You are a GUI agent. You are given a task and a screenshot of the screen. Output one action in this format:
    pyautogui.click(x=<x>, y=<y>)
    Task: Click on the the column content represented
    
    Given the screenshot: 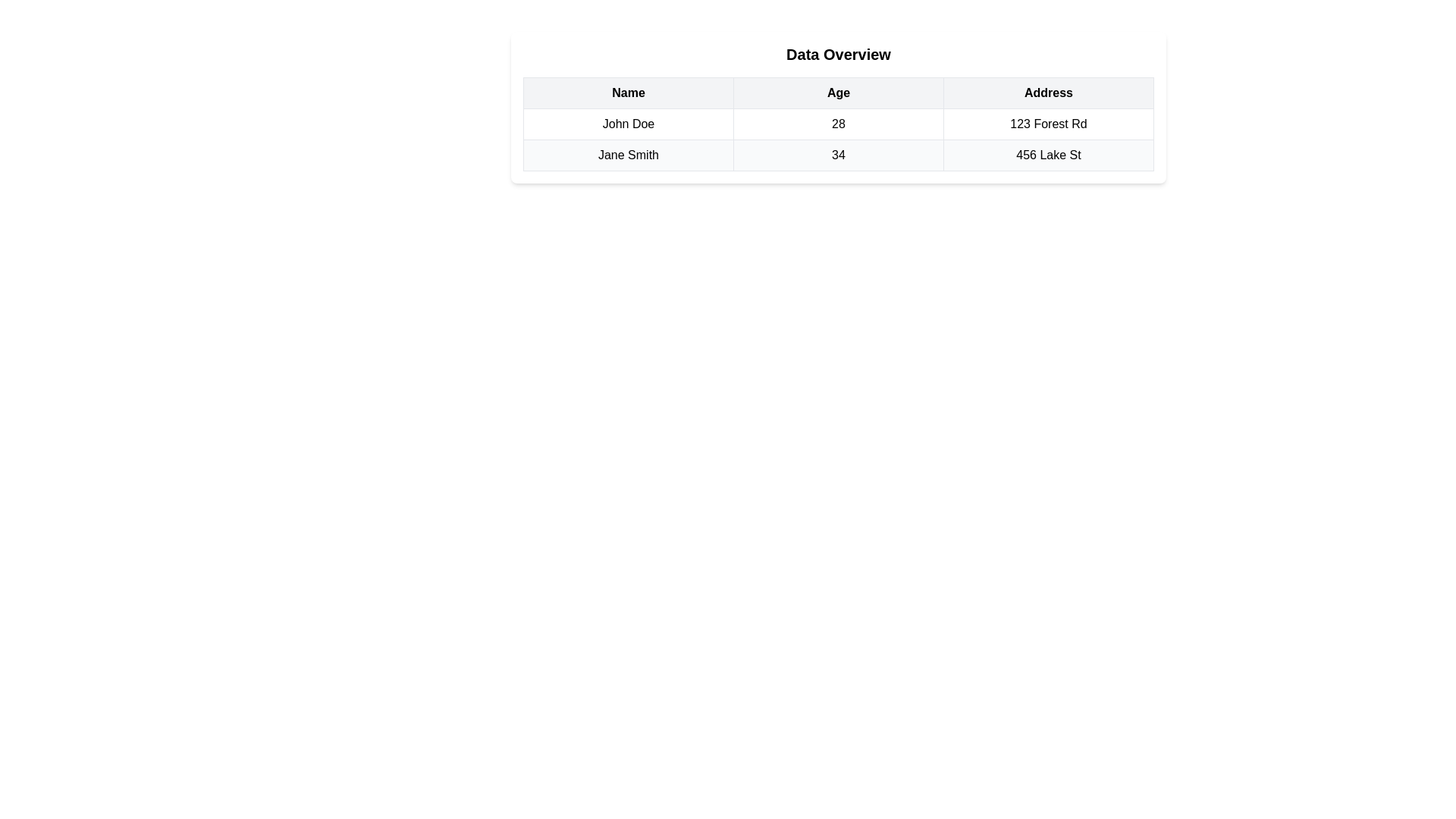 What is the action you would take?
    pyautogui.click(x=837, y=107)
    